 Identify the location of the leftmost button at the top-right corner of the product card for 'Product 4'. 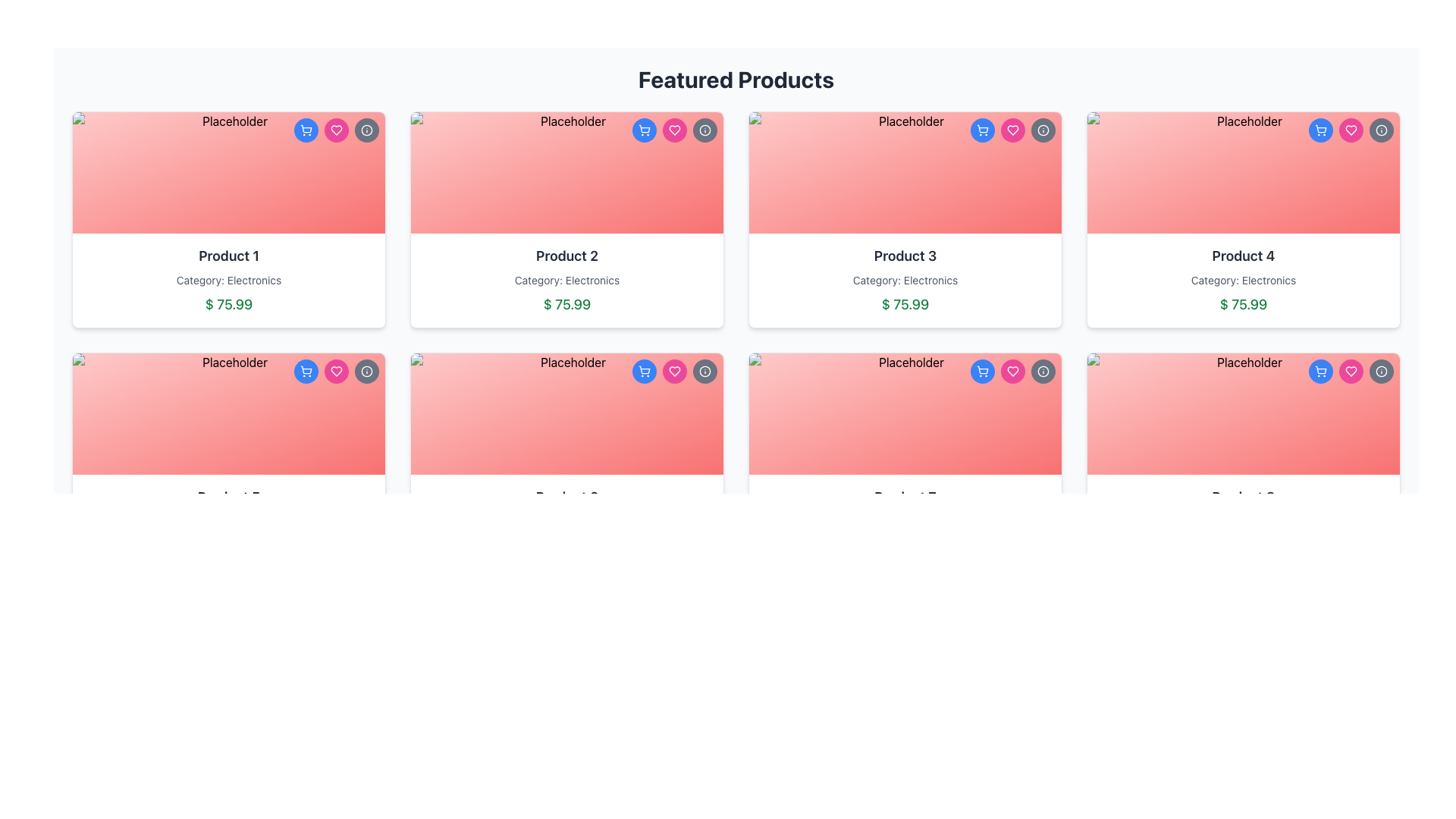
(1320, 371).